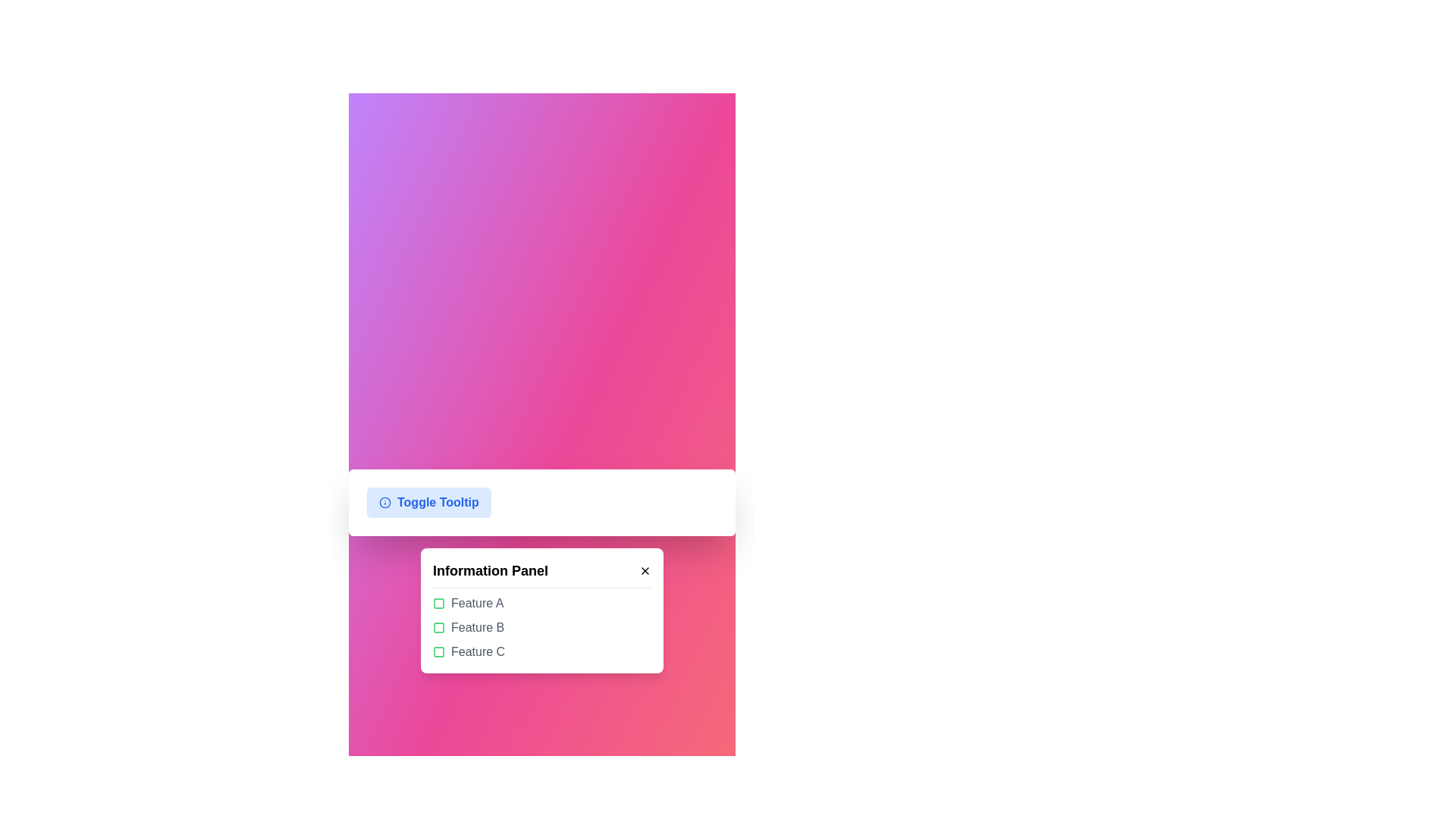 Image resolution: width=1456 pixels, height=819 pixels. Describe the element at coordinates (491, 570) in the screenshot. I see `the 'Information Panel' text label, which is displayed in bold and larger font at the top of the panel` at that location.